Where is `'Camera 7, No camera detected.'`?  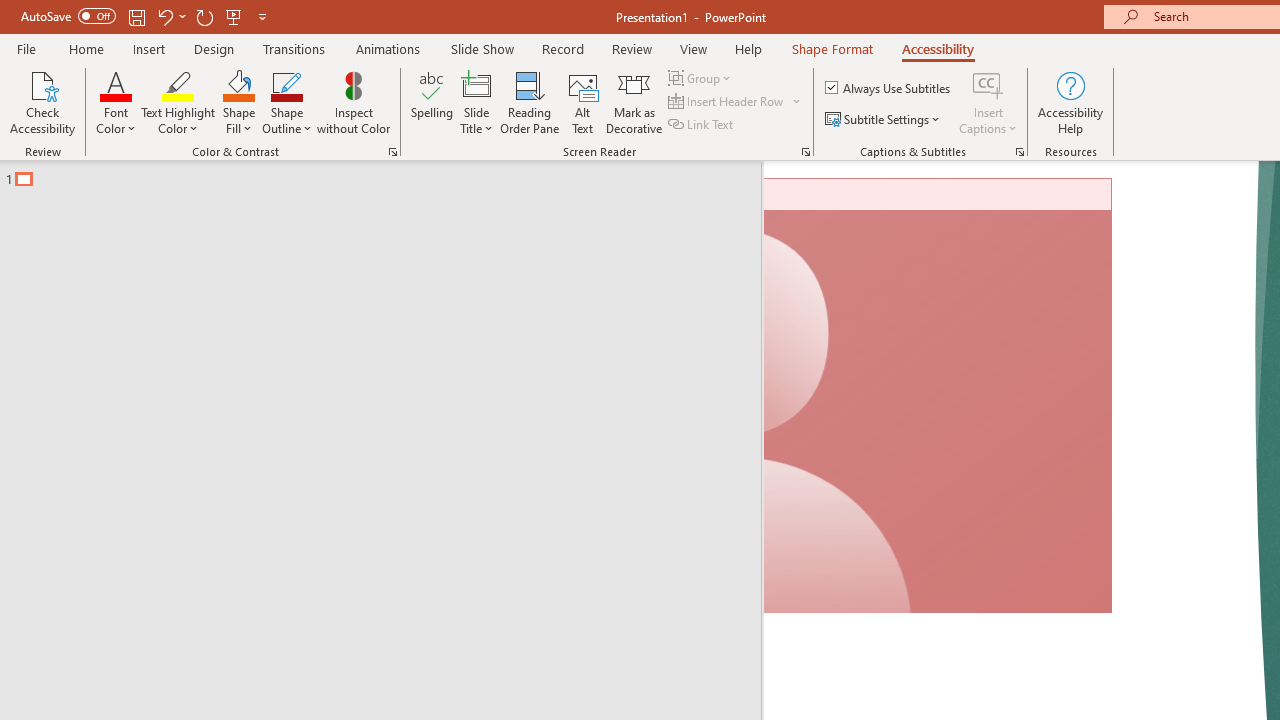 'Camera 7, No camera detected.' is located at coordinates (937, 396).